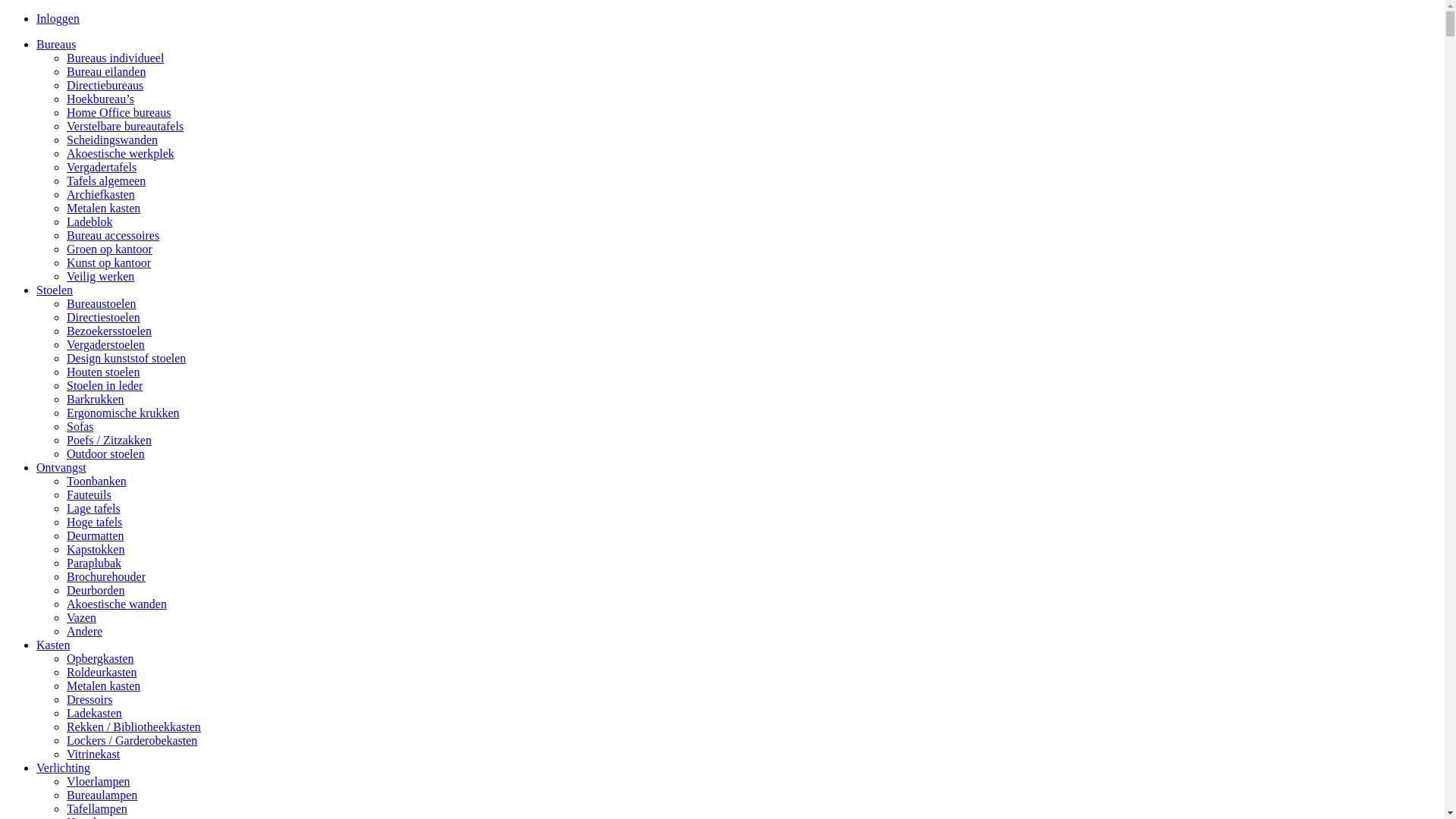 This screenshot has height=819, width=1456. Describe the element at coordinates (104, 384) in the screenshot. I see `'Stoelen in leder'` at that location.